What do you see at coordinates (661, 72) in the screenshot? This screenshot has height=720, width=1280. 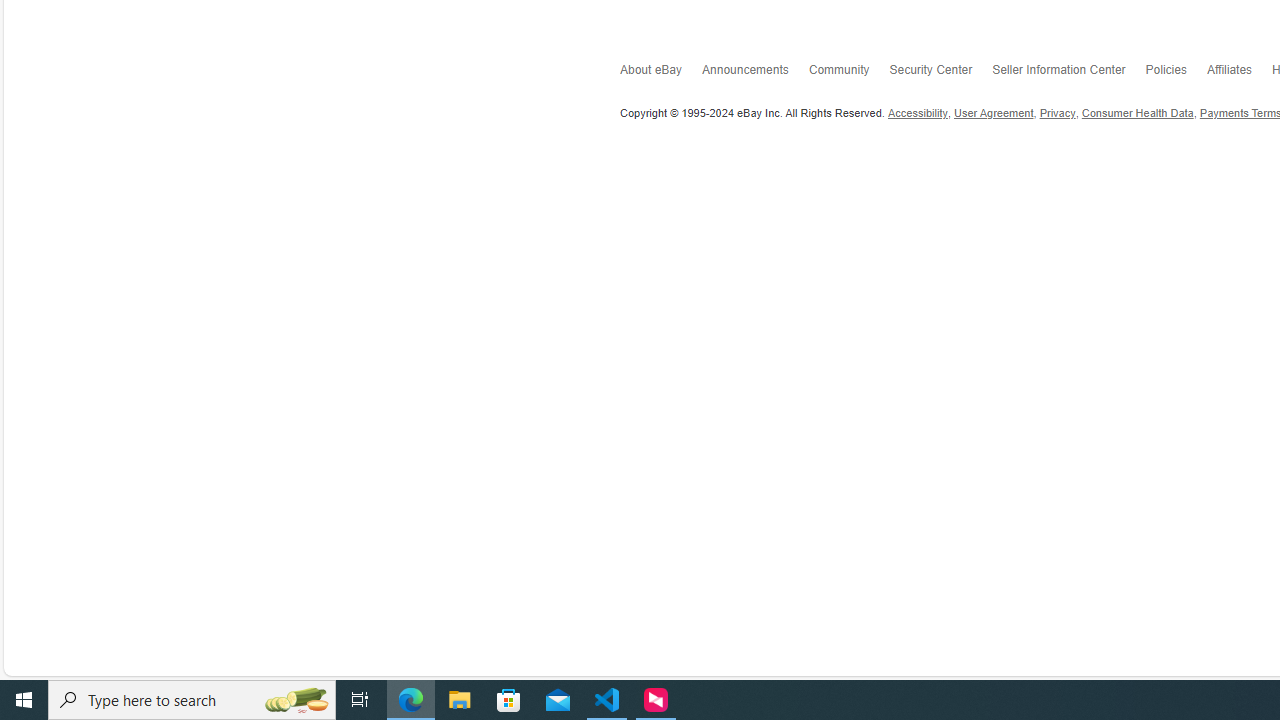 I see `'About eBay'` at bounding box center [661, 72].